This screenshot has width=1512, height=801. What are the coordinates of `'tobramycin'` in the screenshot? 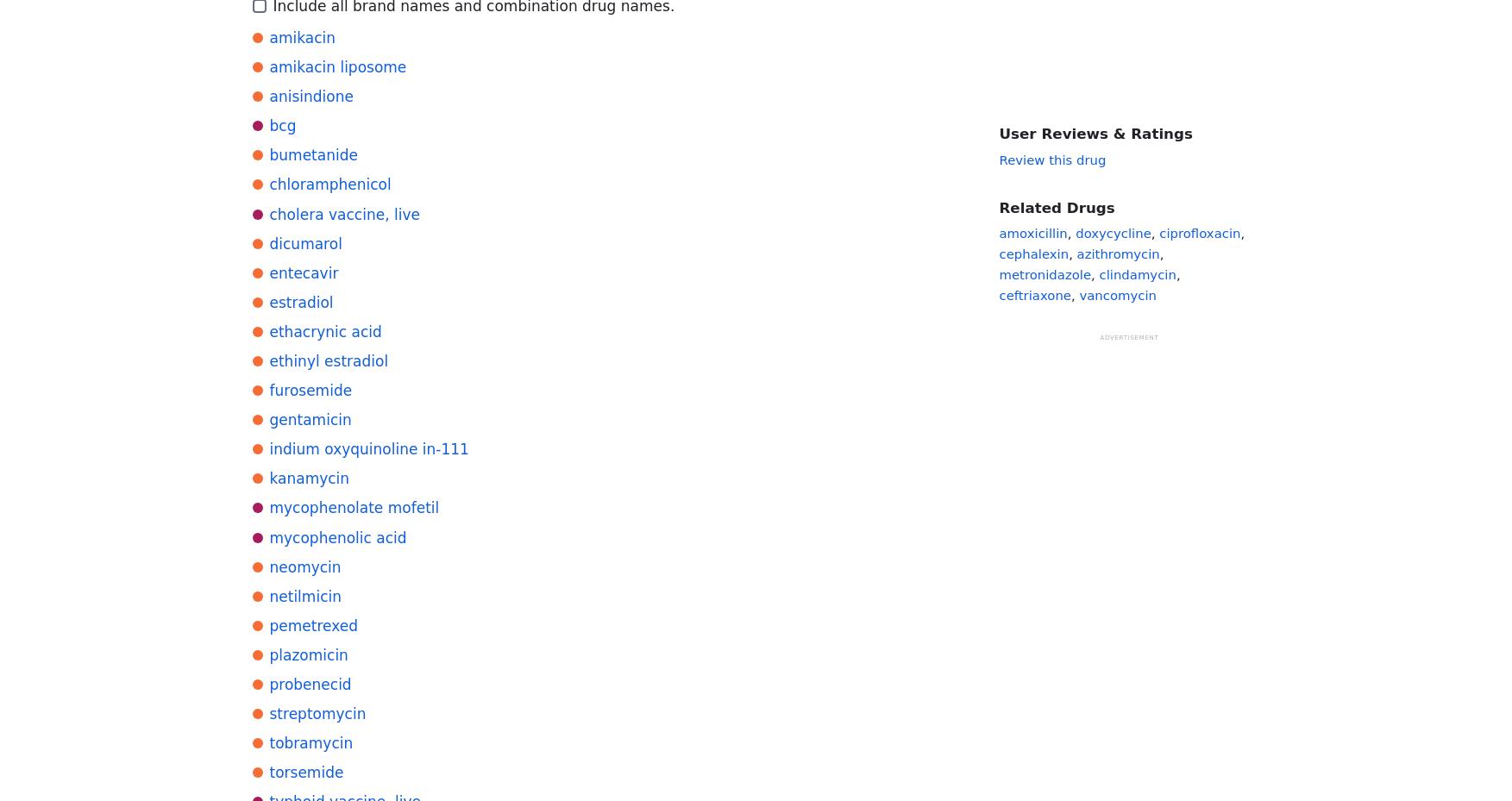 It's located at (311, 743).